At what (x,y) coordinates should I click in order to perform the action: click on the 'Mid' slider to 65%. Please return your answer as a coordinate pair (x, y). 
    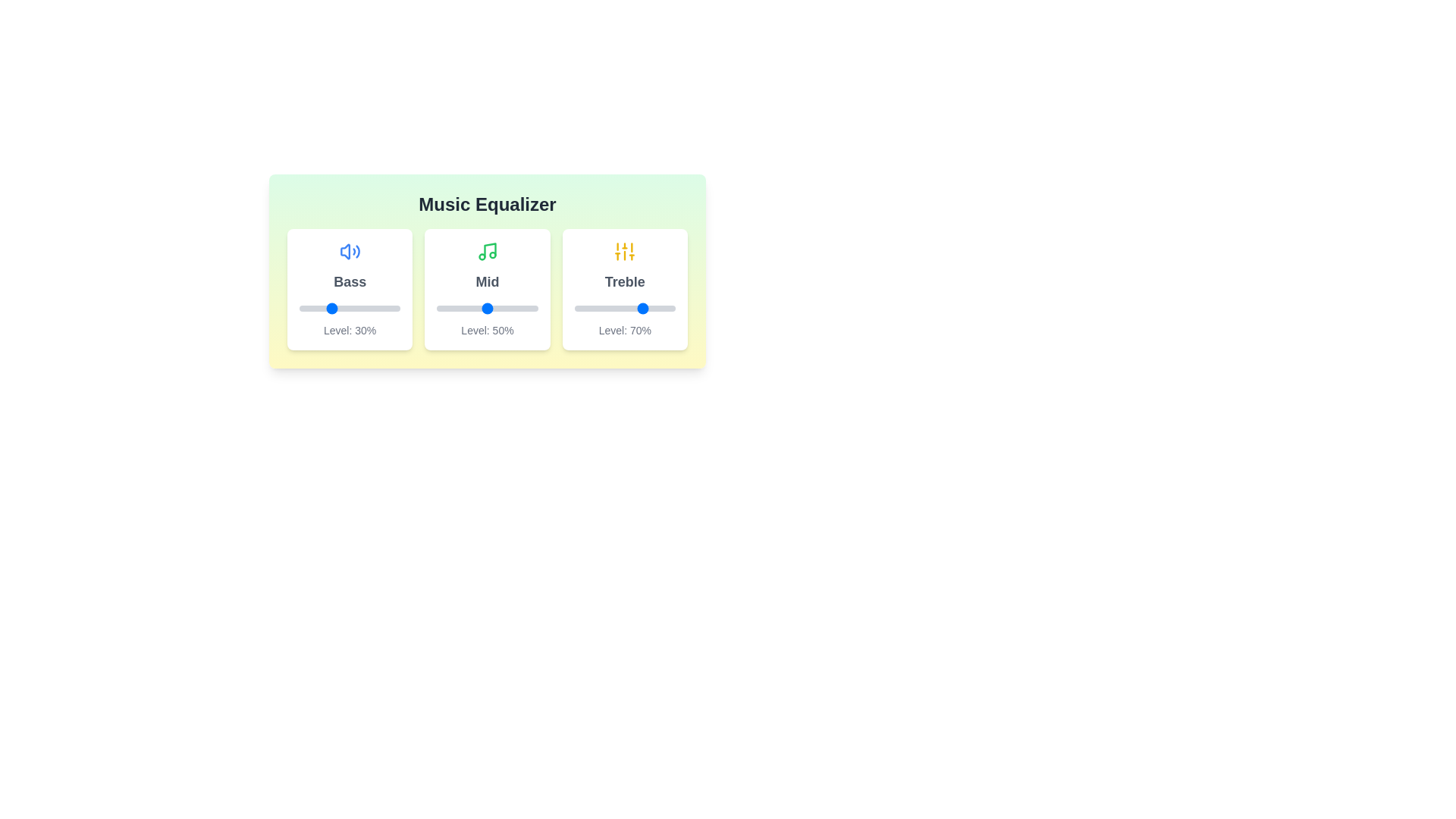
    Looking at the image, I should click on (502, 308).